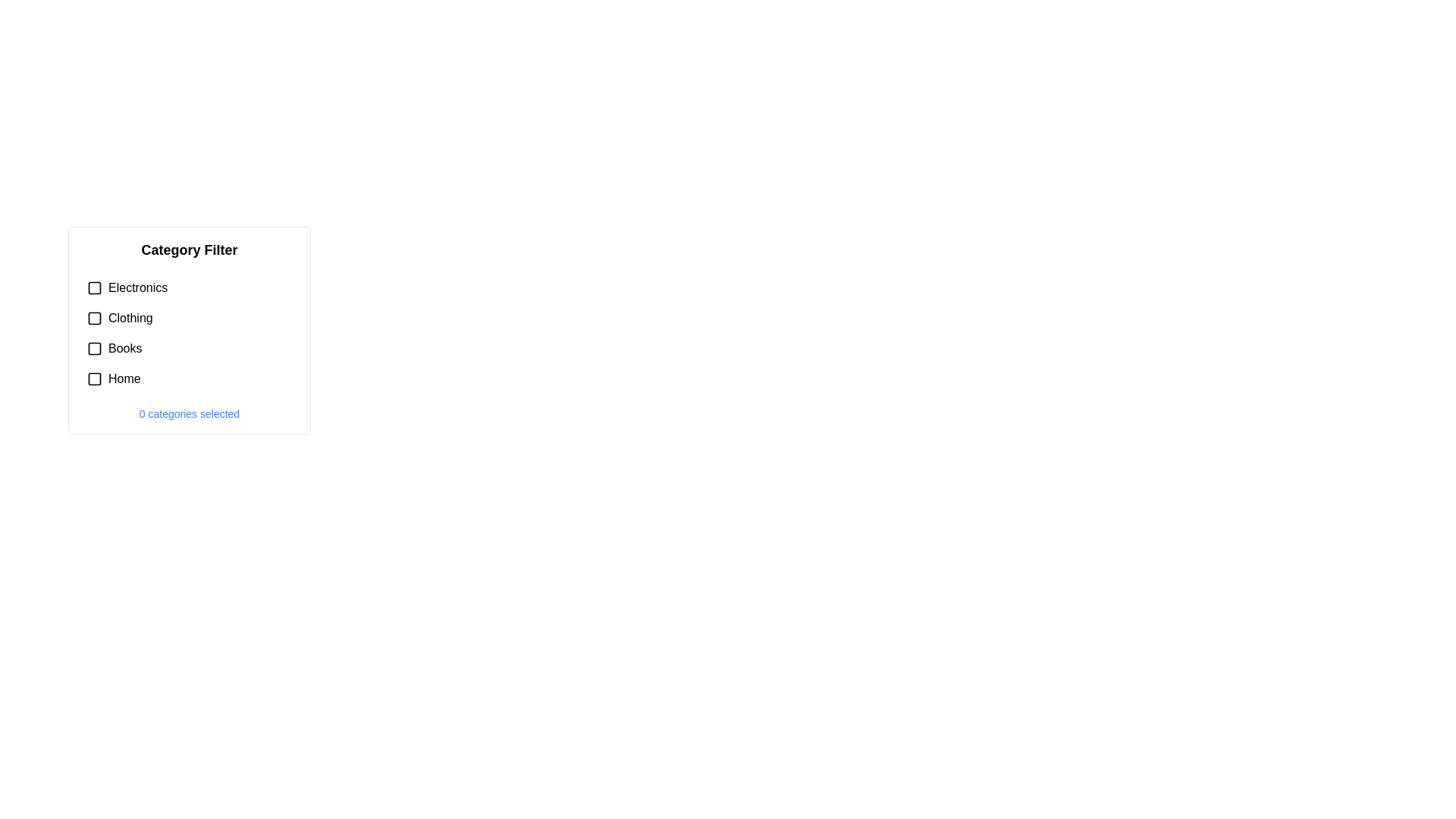 This screenshot has width=1456, height=819. What do you see at coordinates (188, 378) in the screenshot?
I see `the Checkbox labeled 'Home'` at bounding box center [188, 378].